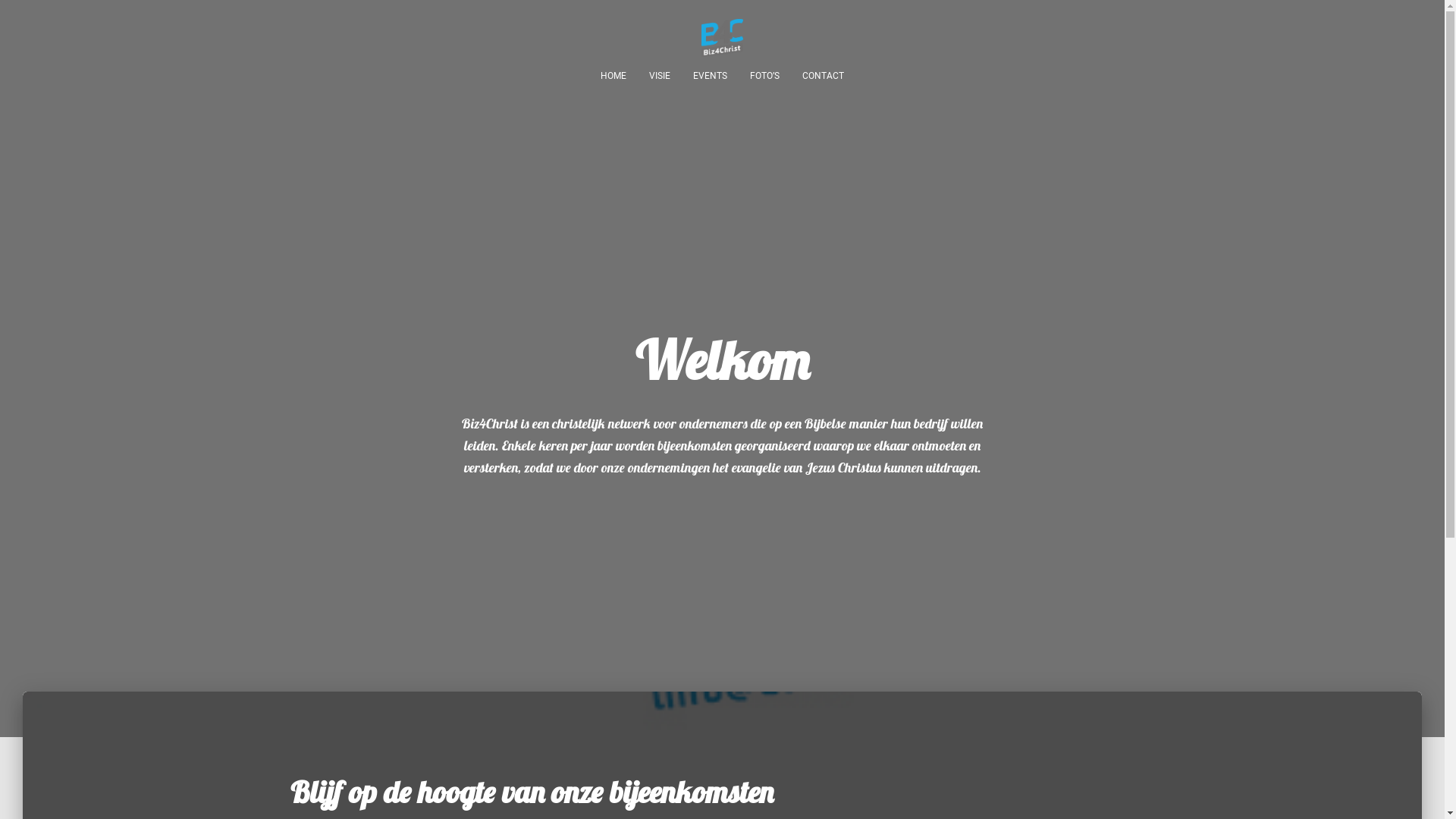 Image resolution: width=1456 pixels, height=819 pixels. What do you see at coordinates (613, 76) in the screenshot?
I see `'HOME'` at bounding box center [613, 76].